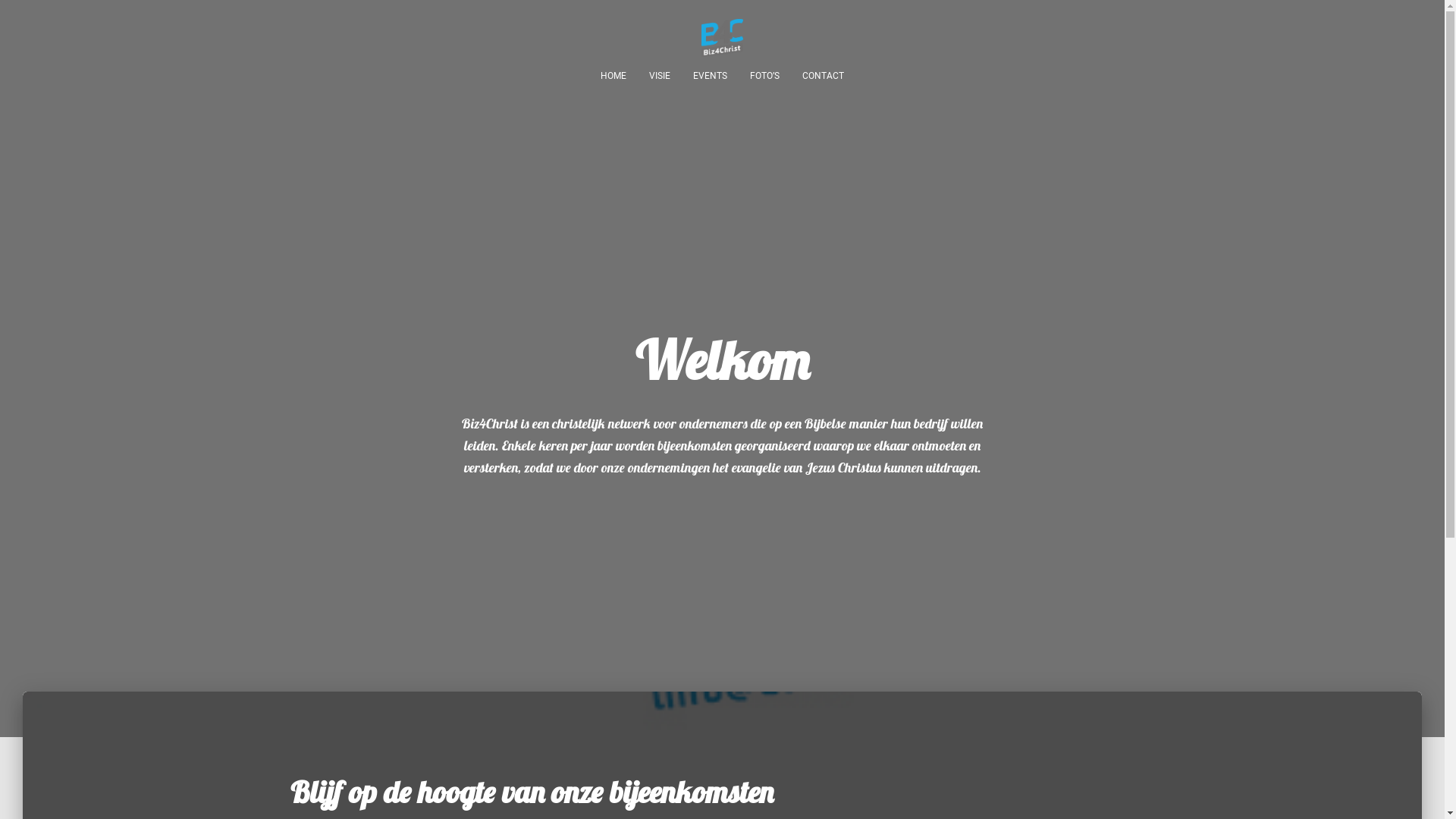 Image resolution: width=1456 pixels, height=819 pixels. What do you see at coordinates (613, 76) in the screenshot?
I see `'HOME'` at bounding box center [613, 76].